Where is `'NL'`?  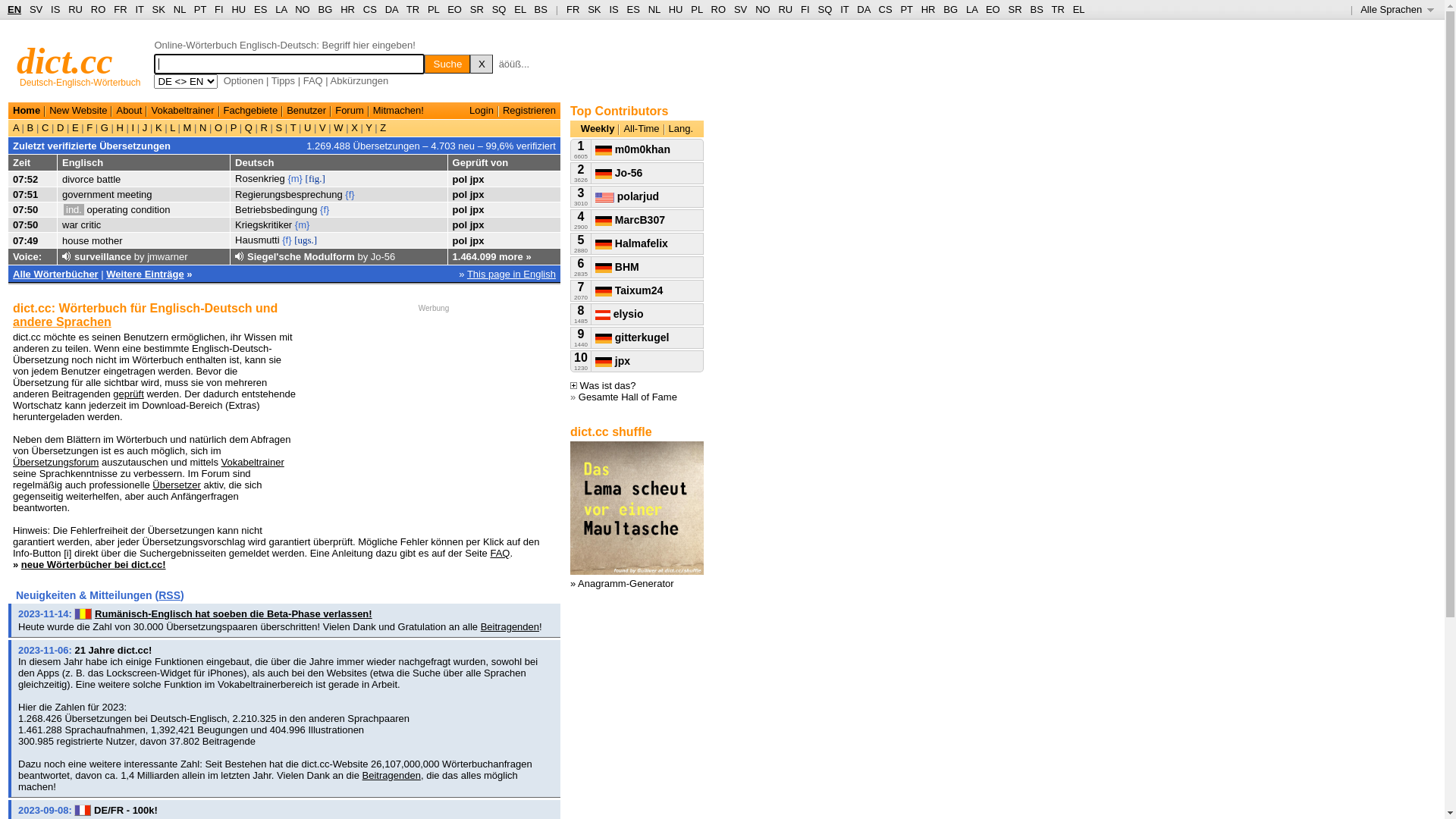
'NL' is located at coordinates (179, 9).